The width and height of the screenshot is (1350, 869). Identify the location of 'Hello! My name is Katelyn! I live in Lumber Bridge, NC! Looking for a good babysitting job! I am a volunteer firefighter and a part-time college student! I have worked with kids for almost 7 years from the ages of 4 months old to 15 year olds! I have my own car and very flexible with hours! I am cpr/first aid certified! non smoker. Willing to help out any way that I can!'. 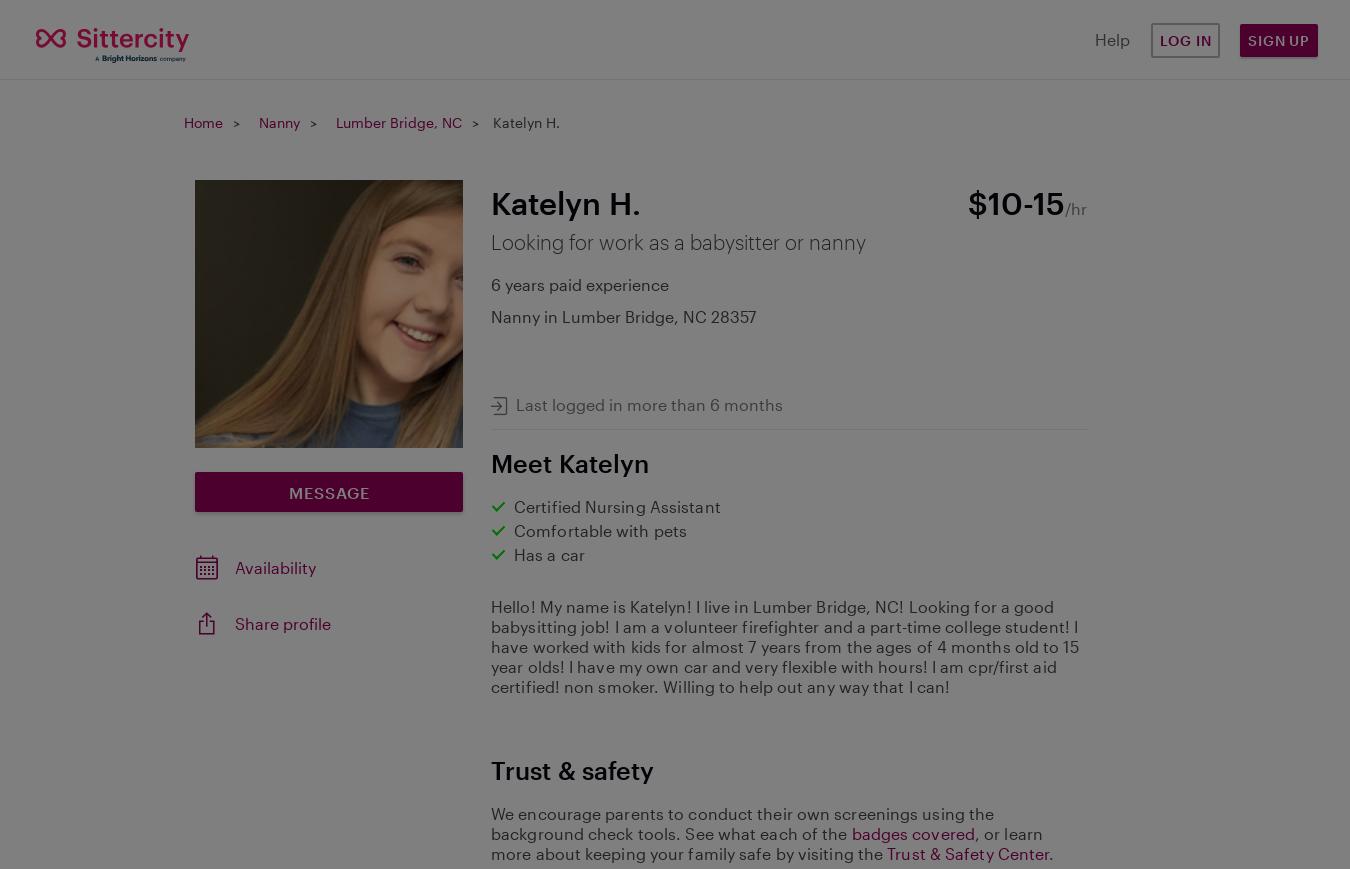
(783, 645).